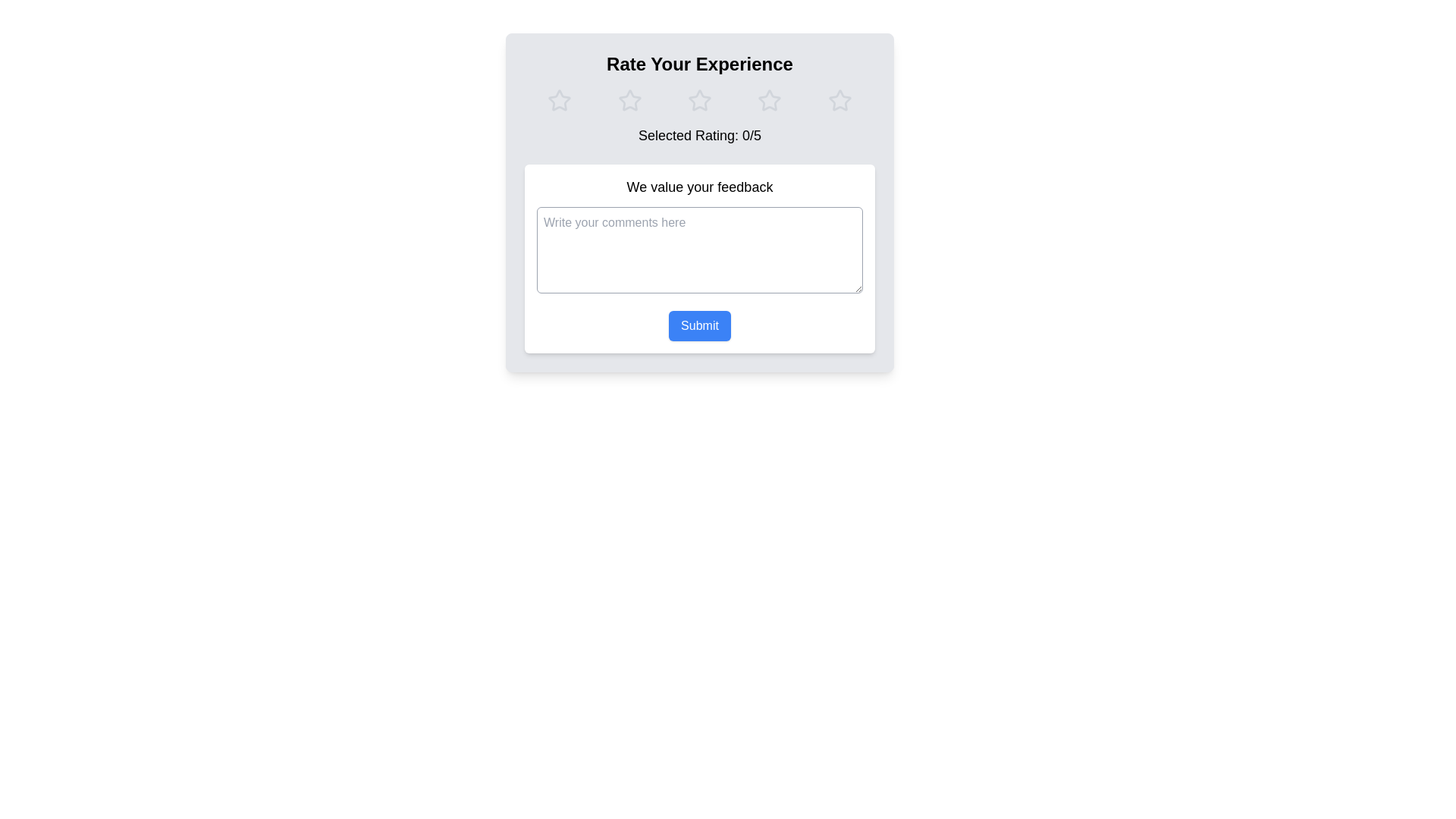 Image resolution: width=1456 pixels, height=819 pixels. Describe the element at coordinates (698, 186) in the screenshot. I see `the Text Label that provides an introductory message for user feedback, located above the text input field with placeholder 'Write your comments here'` at that location.